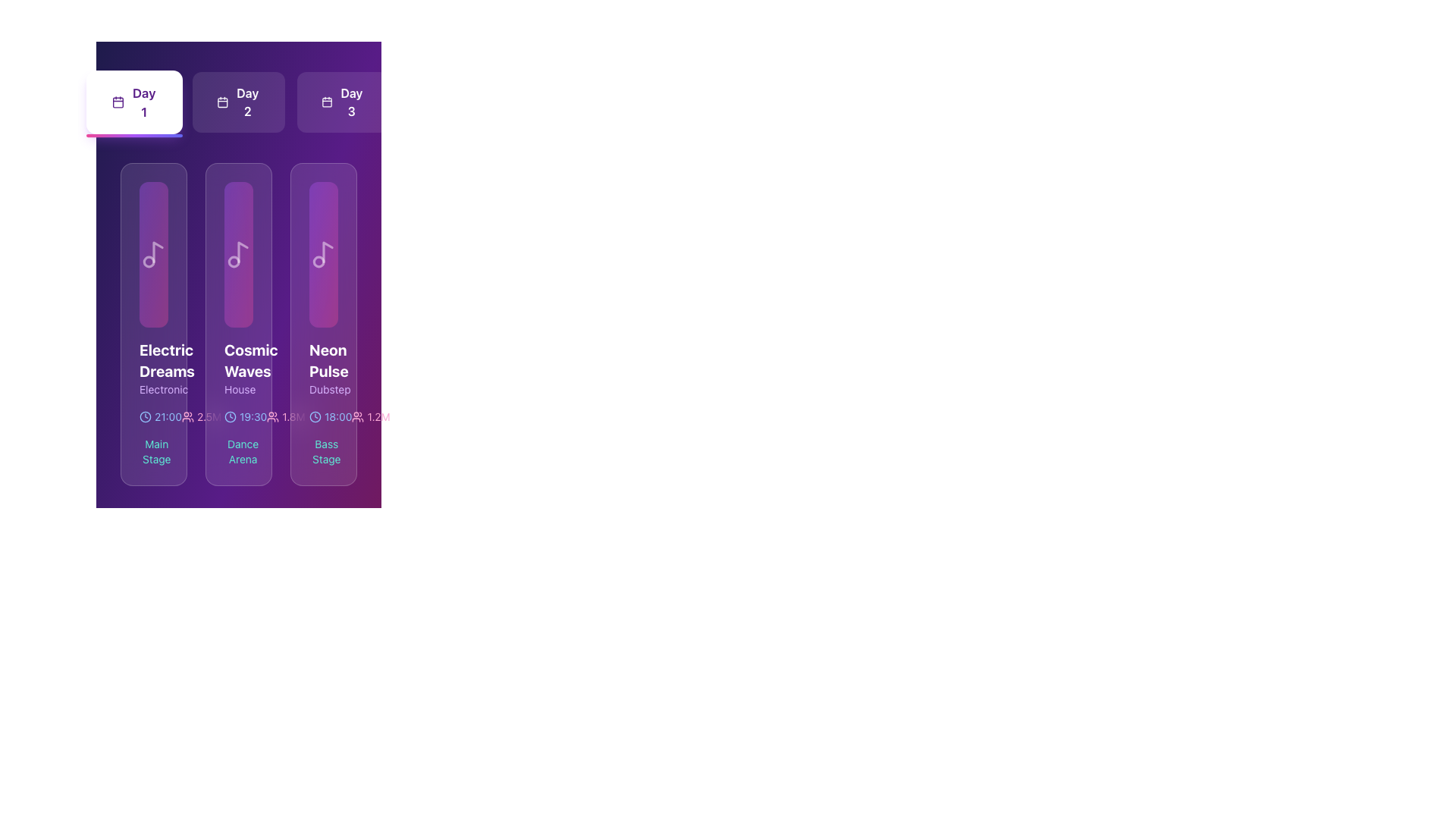 Image resolution: width=1456 pixels, height=819 pixels. I want to click on the 'Day 1' tab label, which is a bold text label within a segmented tab control, so click(144, 102).